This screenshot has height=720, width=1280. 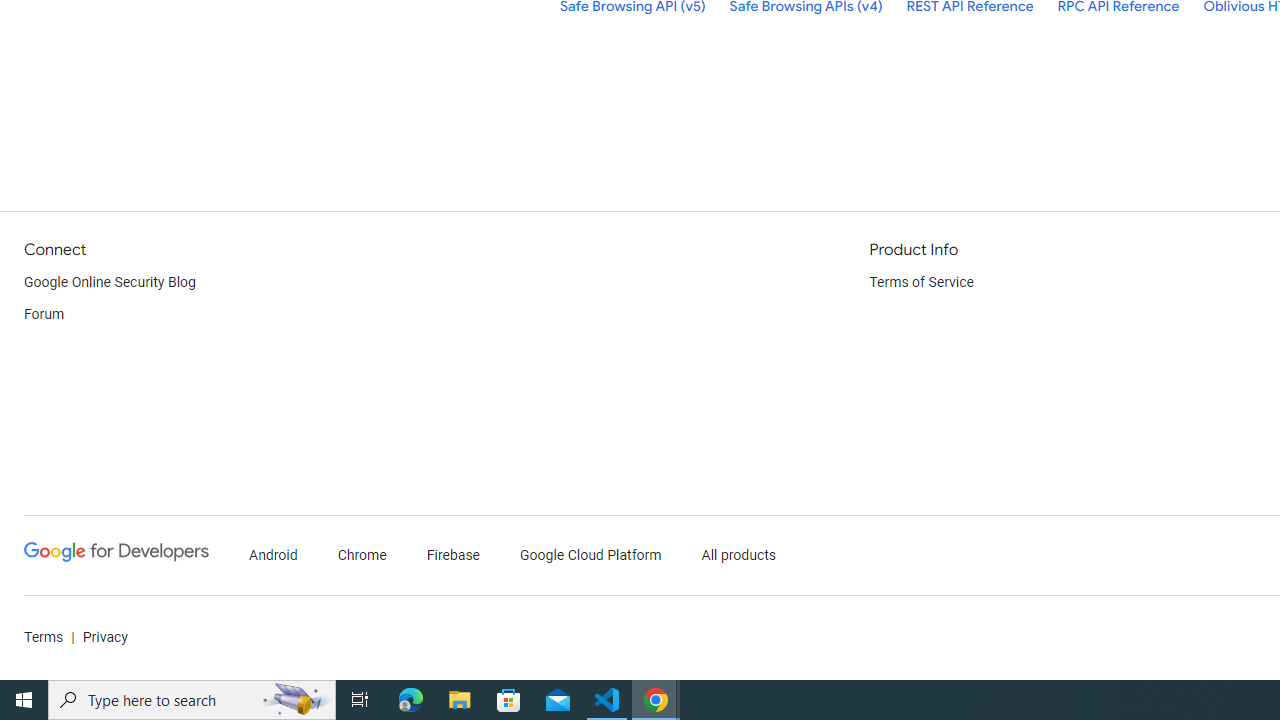 I want to click on 'All products', so click(x=738, y=555).